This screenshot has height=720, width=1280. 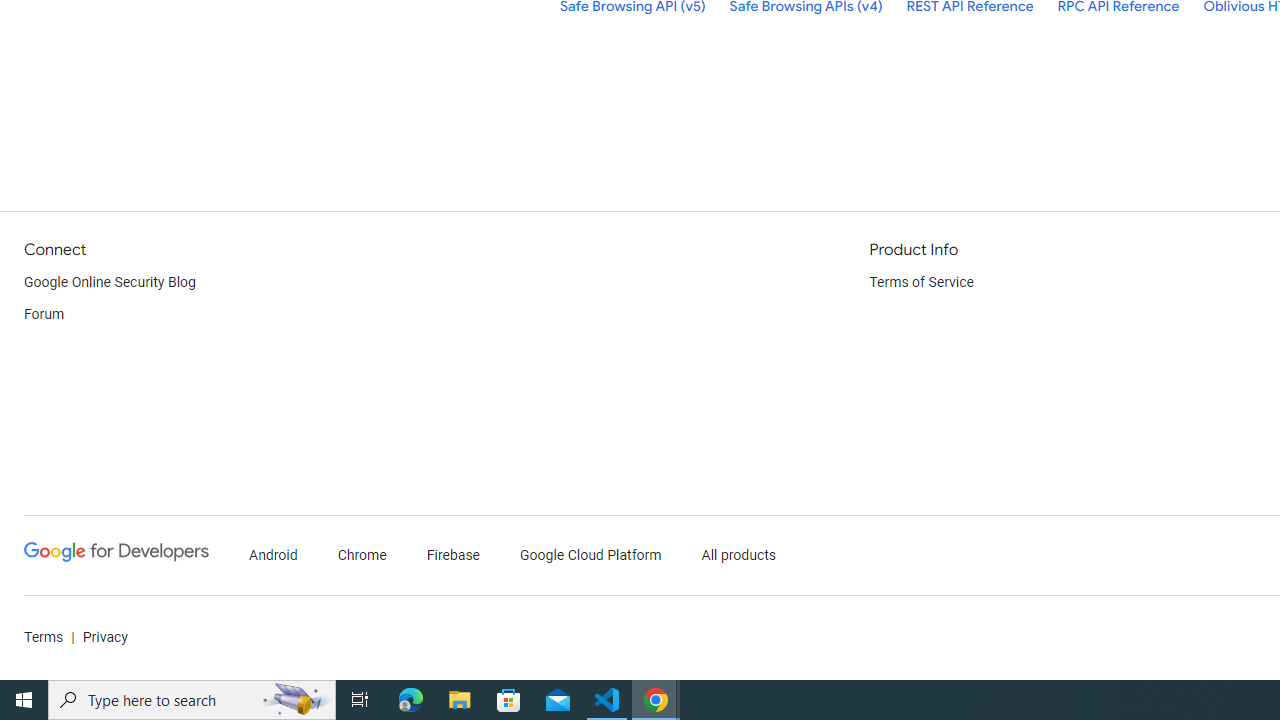 I want to click on 'All products', so click(x=738, y=555).